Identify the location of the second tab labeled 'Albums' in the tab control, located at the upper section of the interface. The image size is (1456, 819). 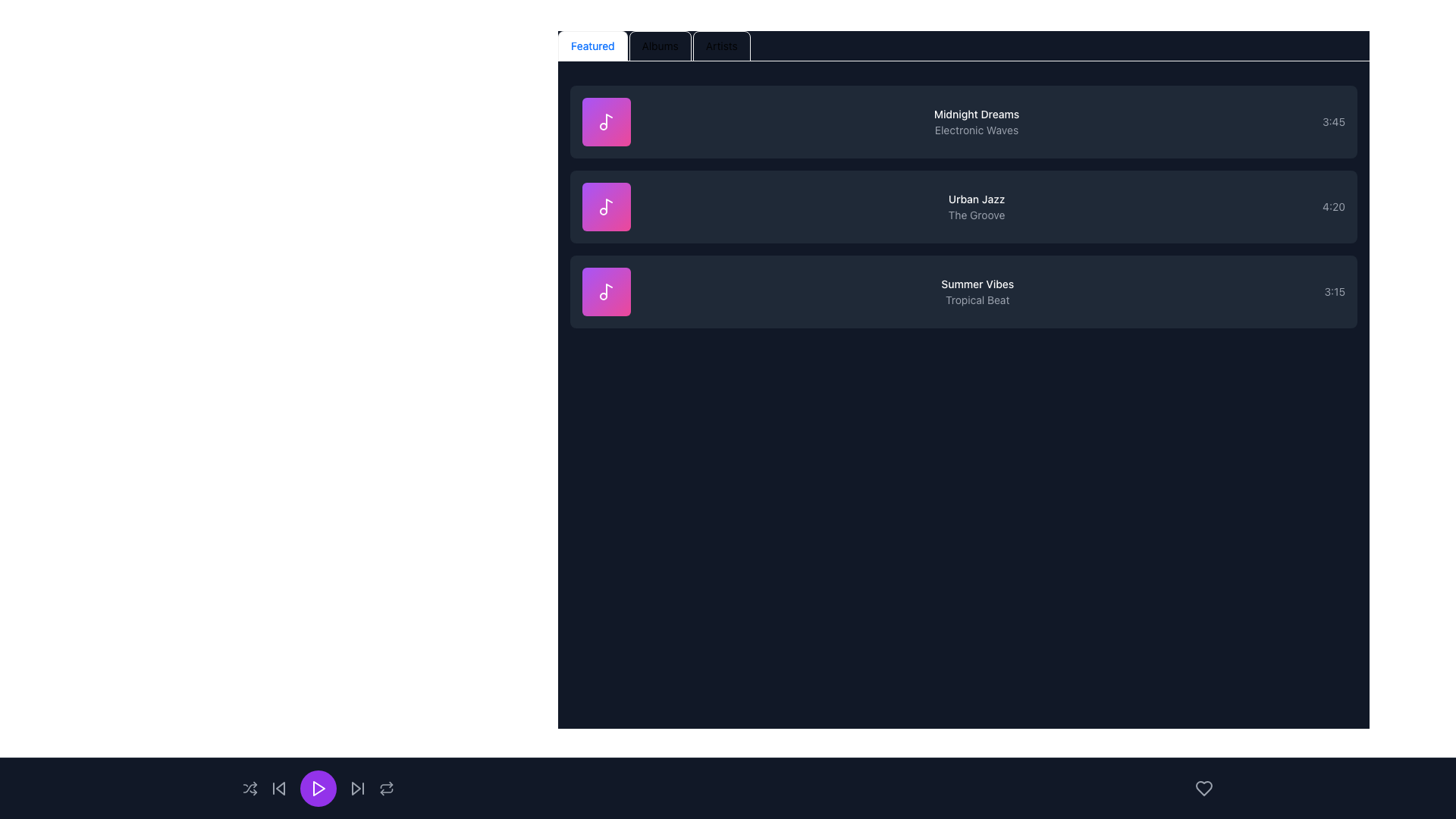
(660, 45).